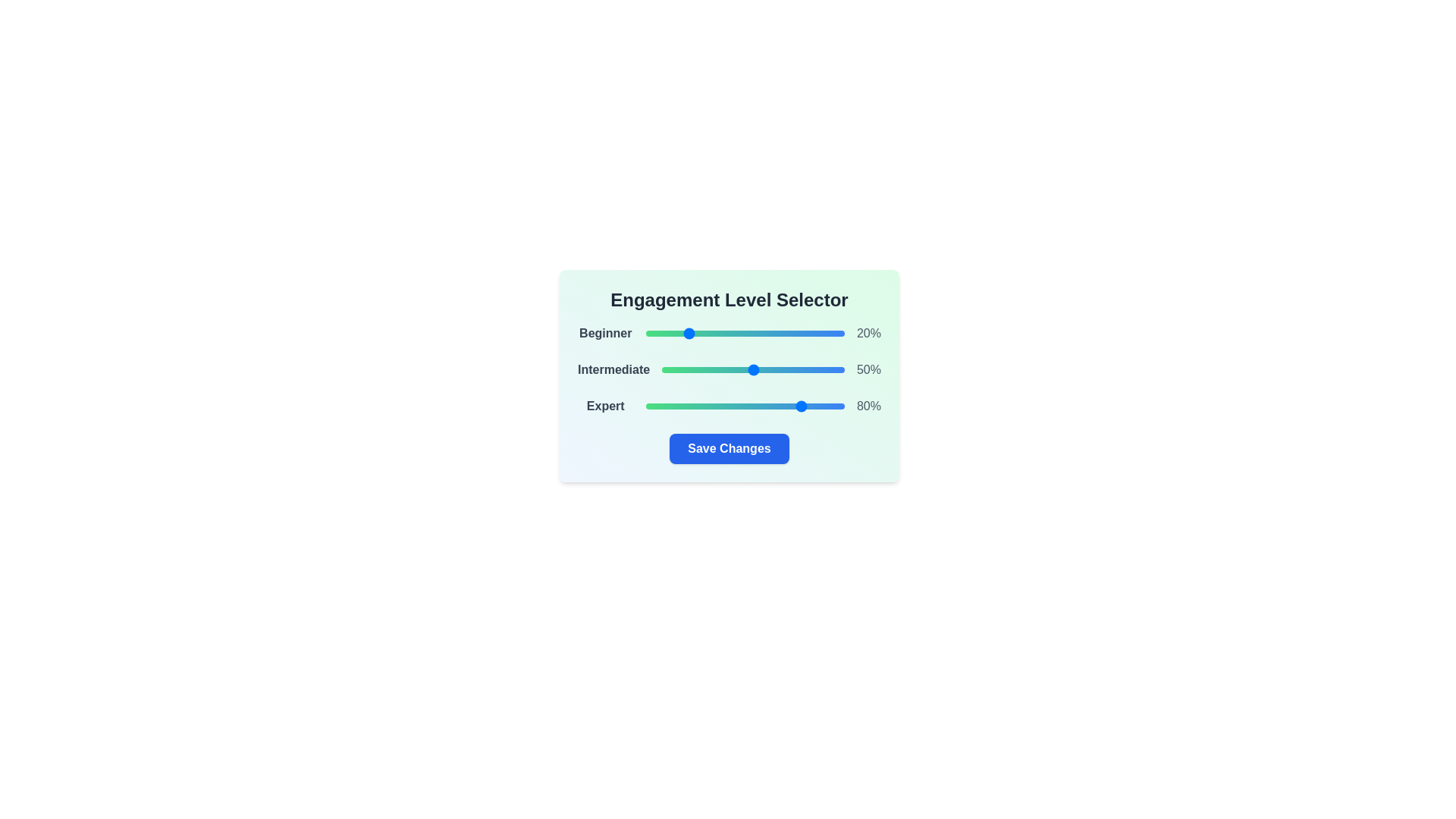  I want to click on 'Save Changes' button to save the engagement levels, so click(729, 447).